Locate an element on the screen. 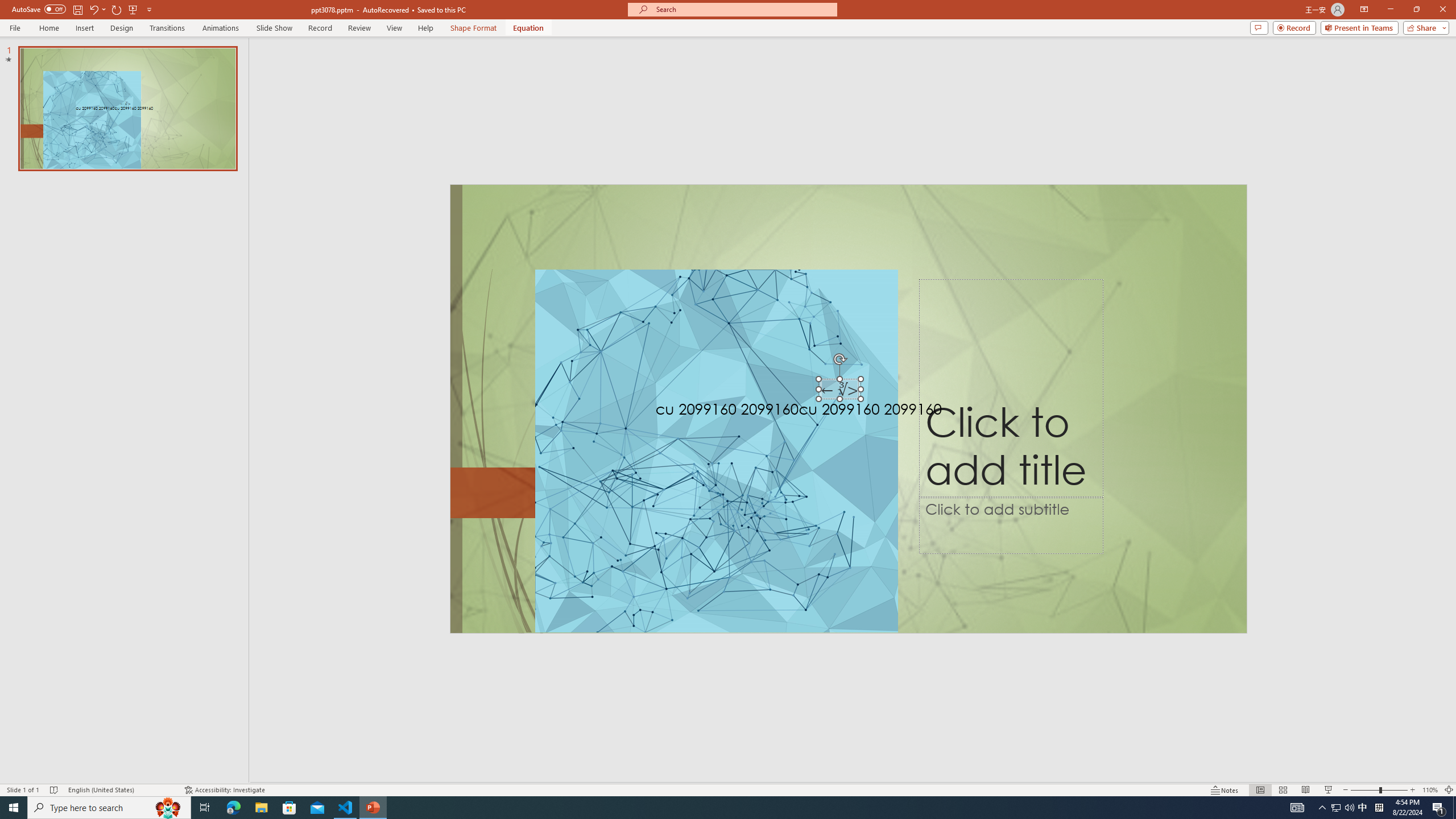  'Zoom 110%' is located at coordinates (1430, 790).